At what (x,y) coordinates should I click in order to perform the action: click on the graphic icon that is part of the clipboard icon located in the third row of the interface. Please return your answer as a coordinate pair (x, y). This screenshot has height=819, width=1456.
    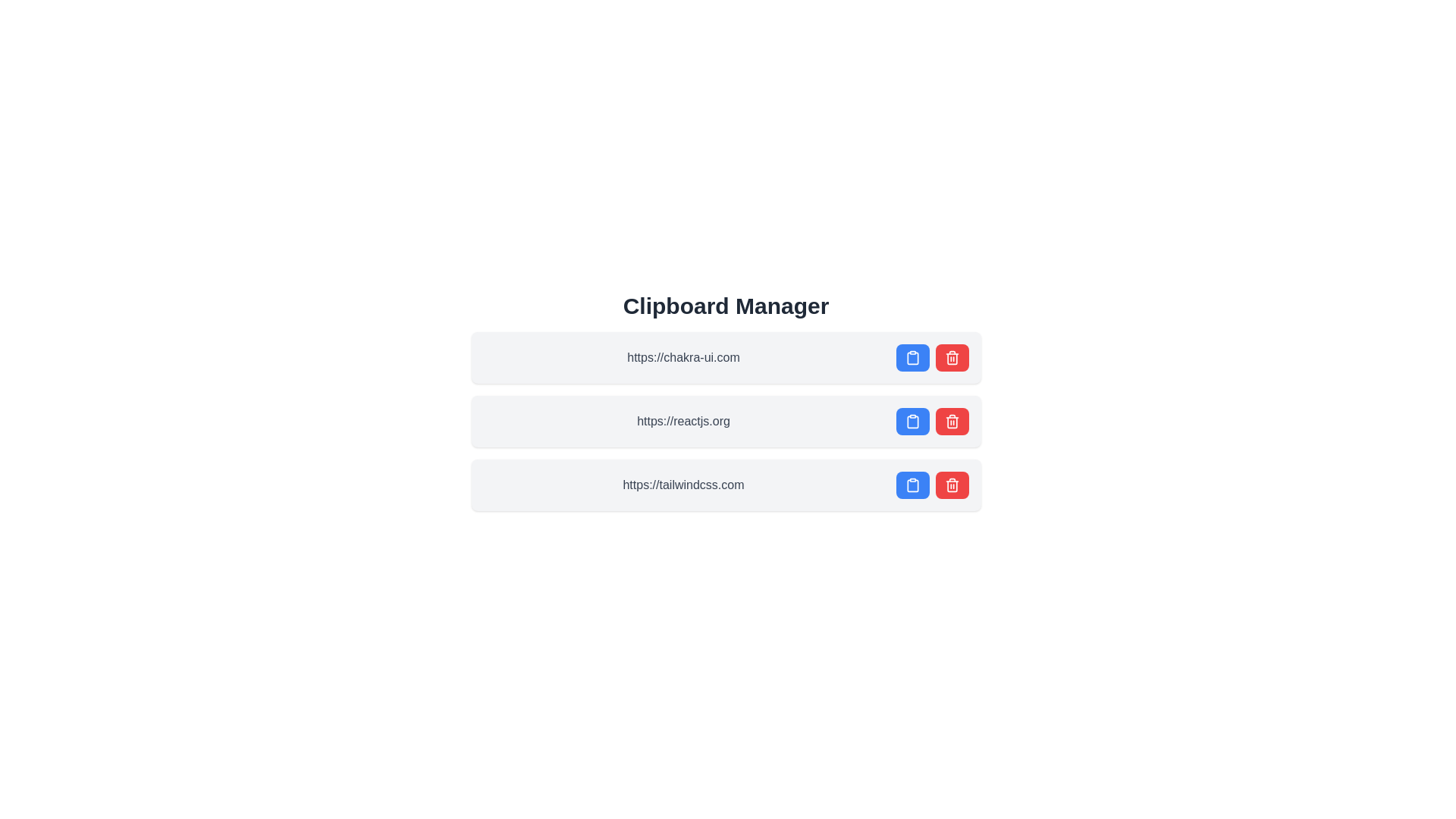
    Looking at the image, I should click on (912, 485).